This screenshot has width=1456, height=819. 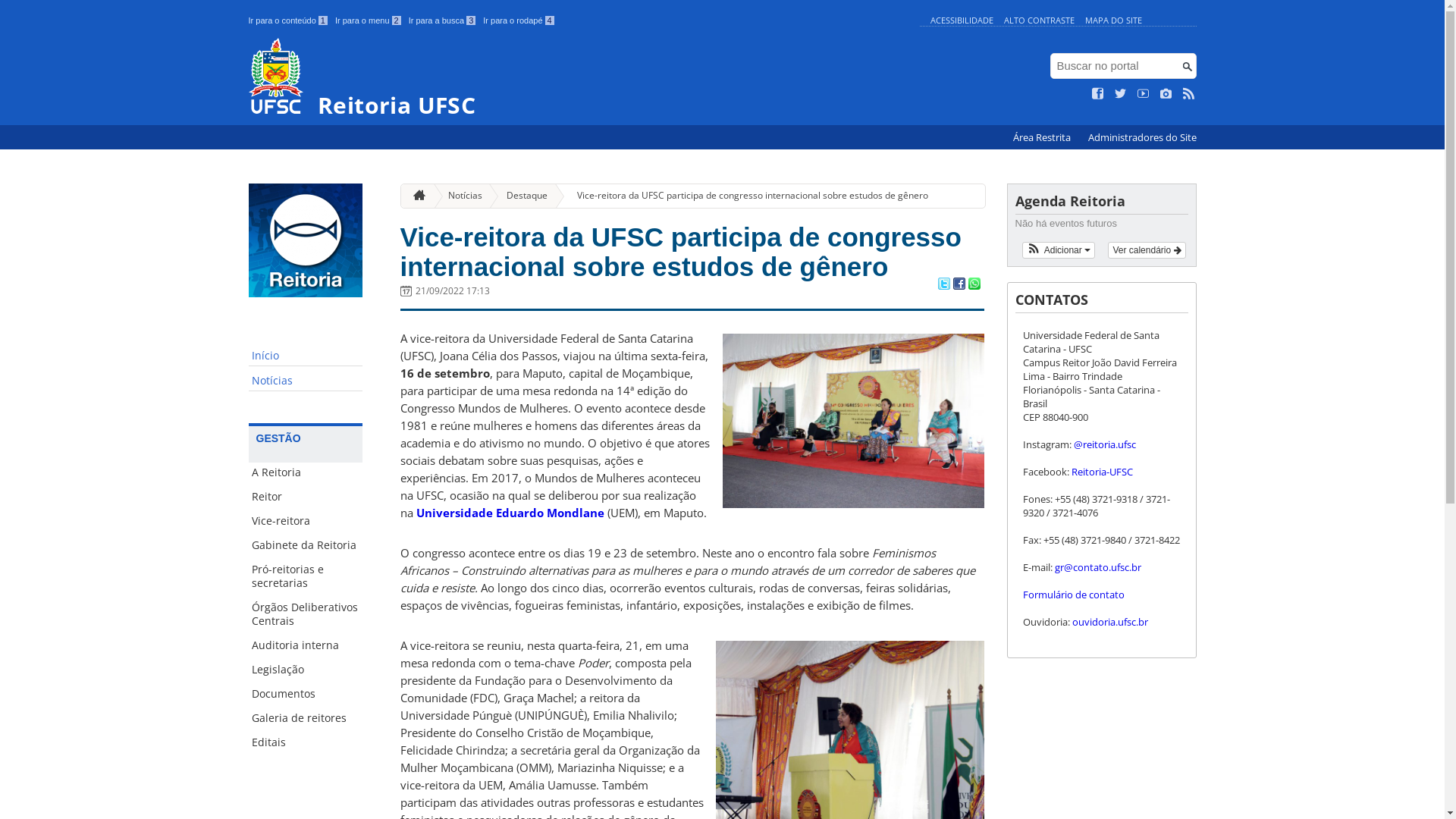 What do you see at coordinates (305, 472) in the screenshot?
I see `'A Reitoria'` at bounding box center [305, 472].